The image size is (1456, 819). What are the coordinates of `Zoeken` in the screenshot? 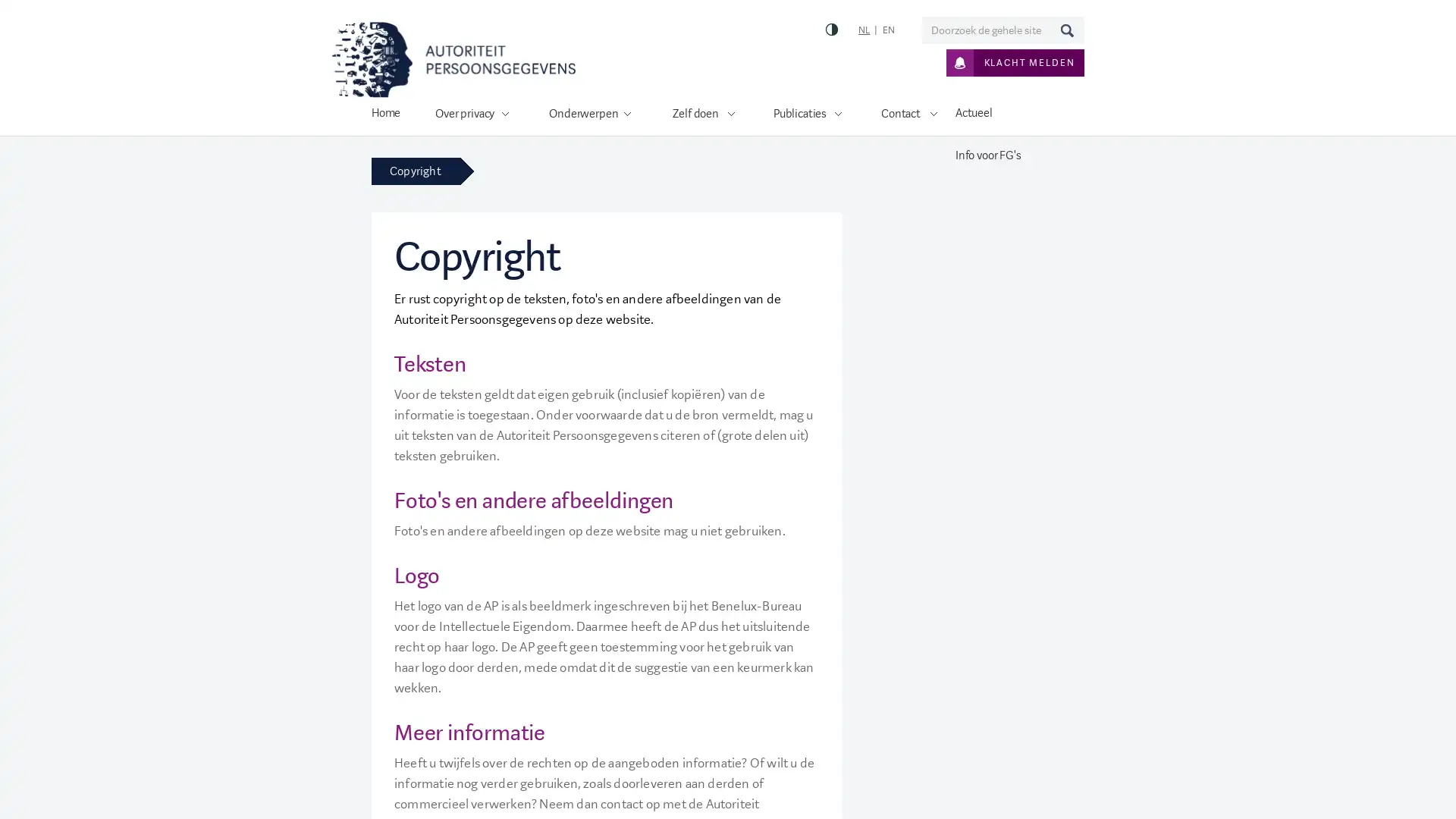 It's located at (1065, 30).